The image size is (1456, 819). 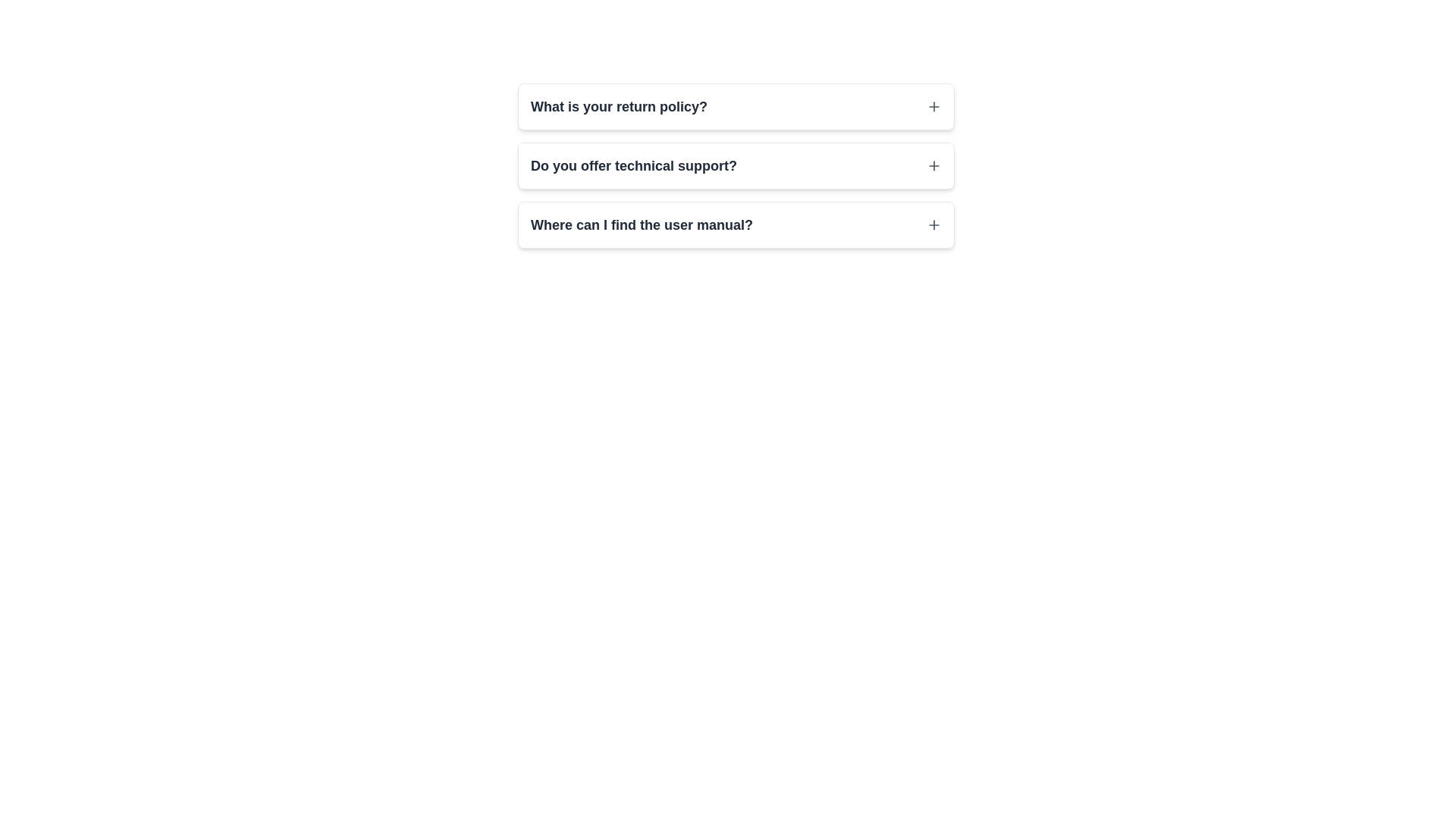 What do you see at coordinates (736, 225) in the screenshot?
I see `the third collapsible menu item in the vertical list that reveals information about 'Where can I find the user manual?'` at bounding box center [736, 225].